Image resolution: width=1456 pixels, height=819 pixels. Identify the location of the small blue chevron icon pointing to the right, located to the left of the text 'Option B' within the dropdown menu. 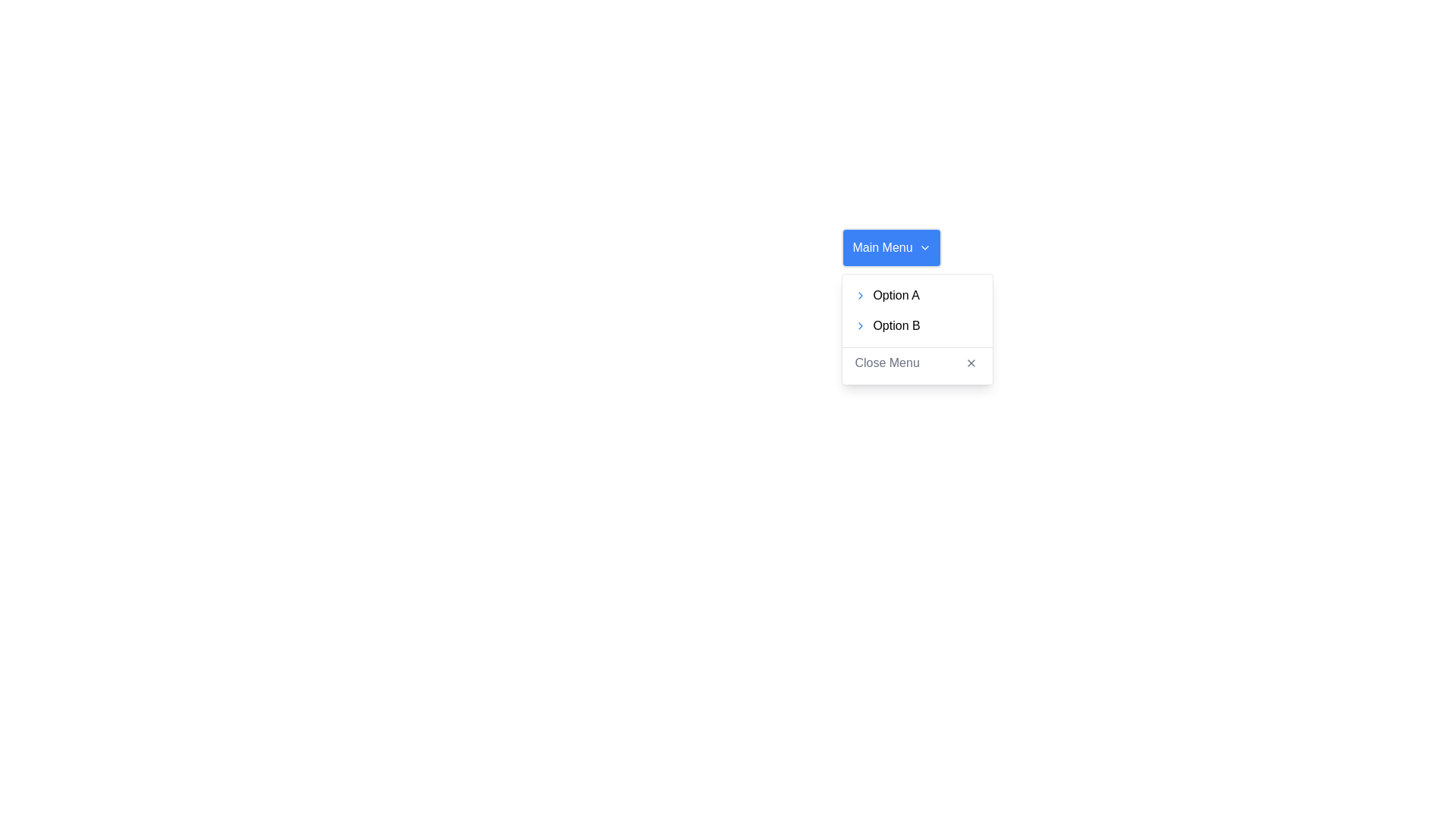
(861, 325).